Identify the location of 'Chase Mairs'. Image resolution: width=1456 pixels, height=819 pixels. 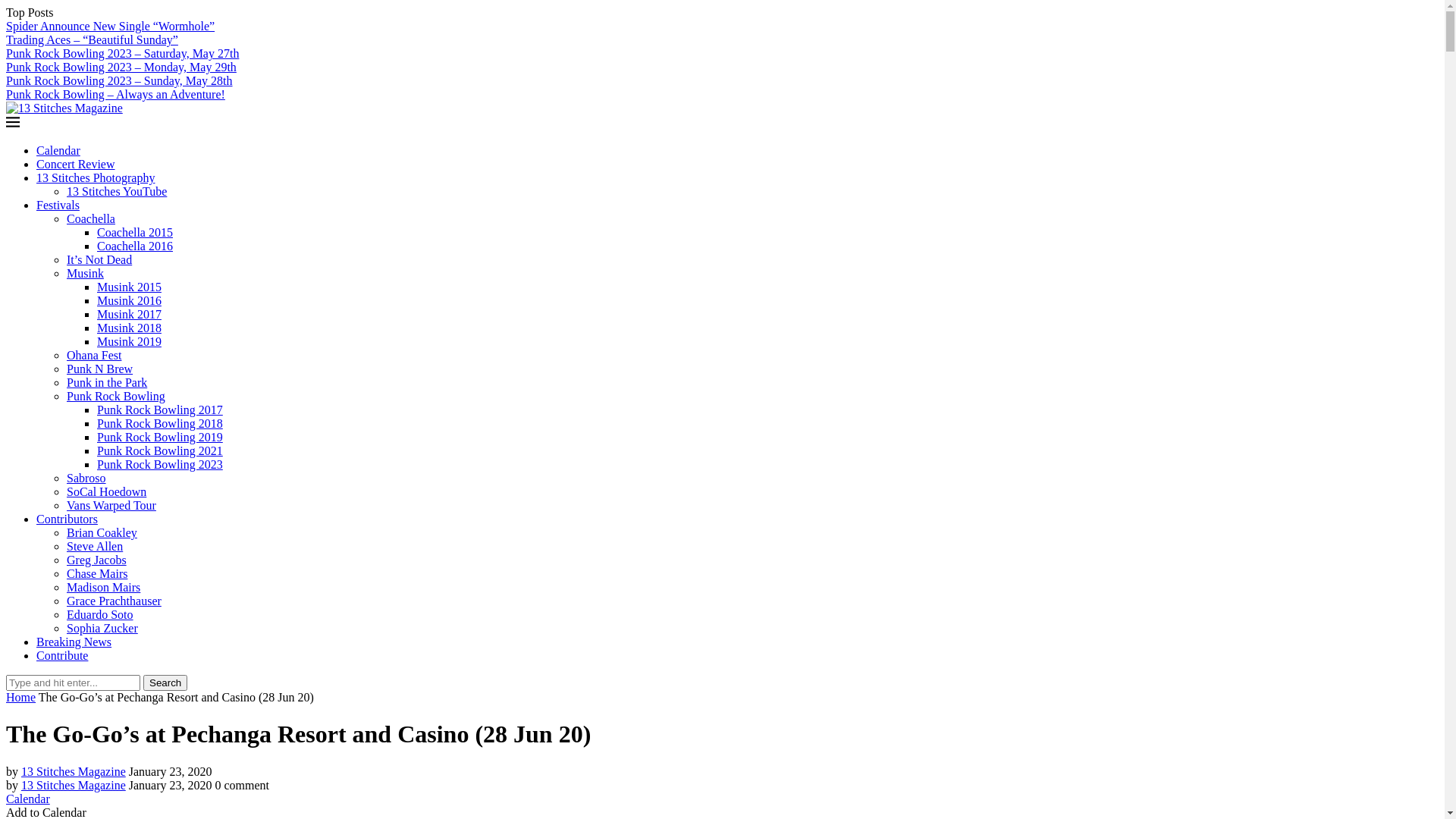
(96, 573).